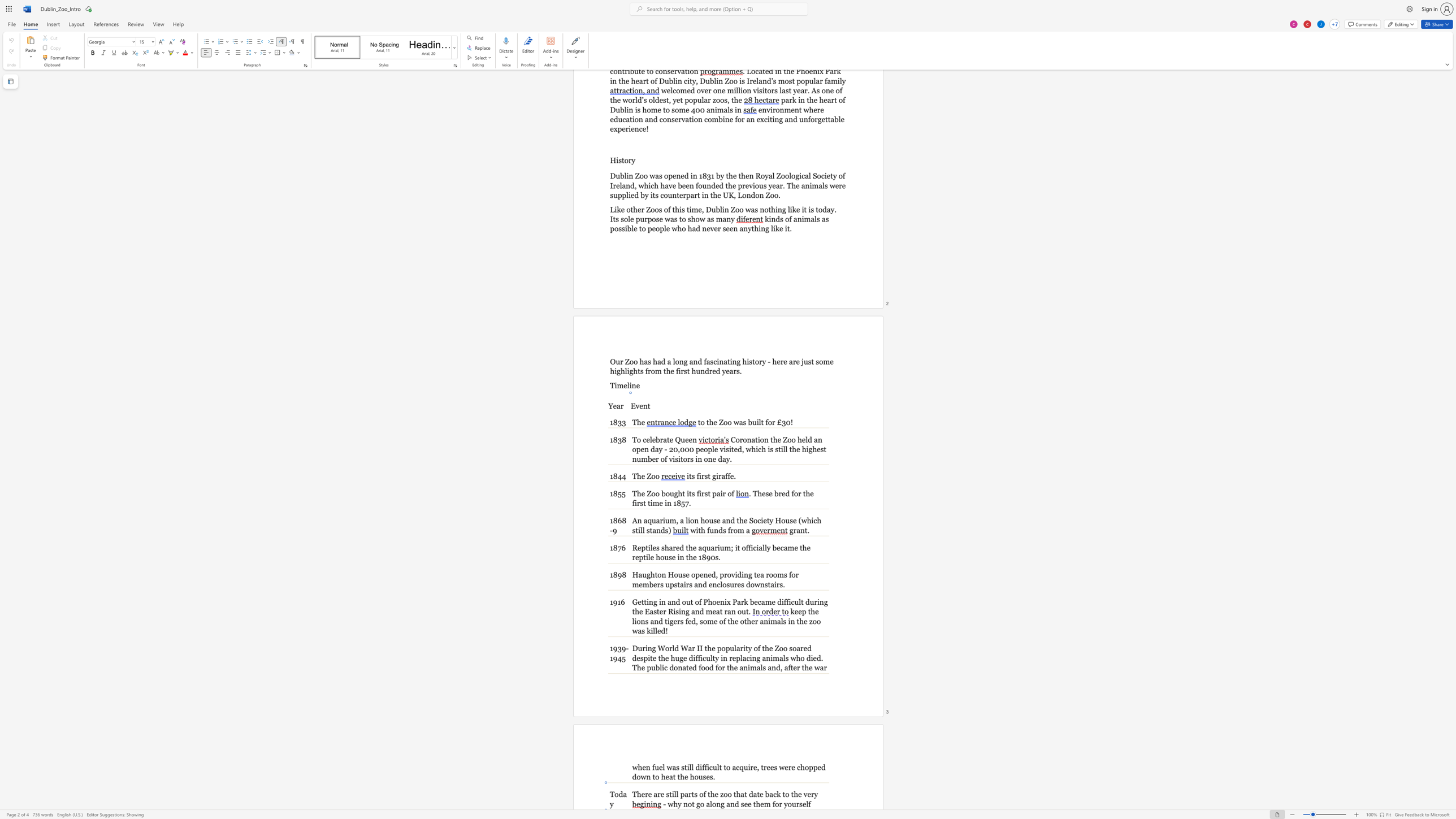 This screenshot has height=819, width=1456. What do you see at coordinates (692, 439) in the screenshot?
I see `the space between the continuous character "e" and "n" in the text` at bounding box center [692, 439].